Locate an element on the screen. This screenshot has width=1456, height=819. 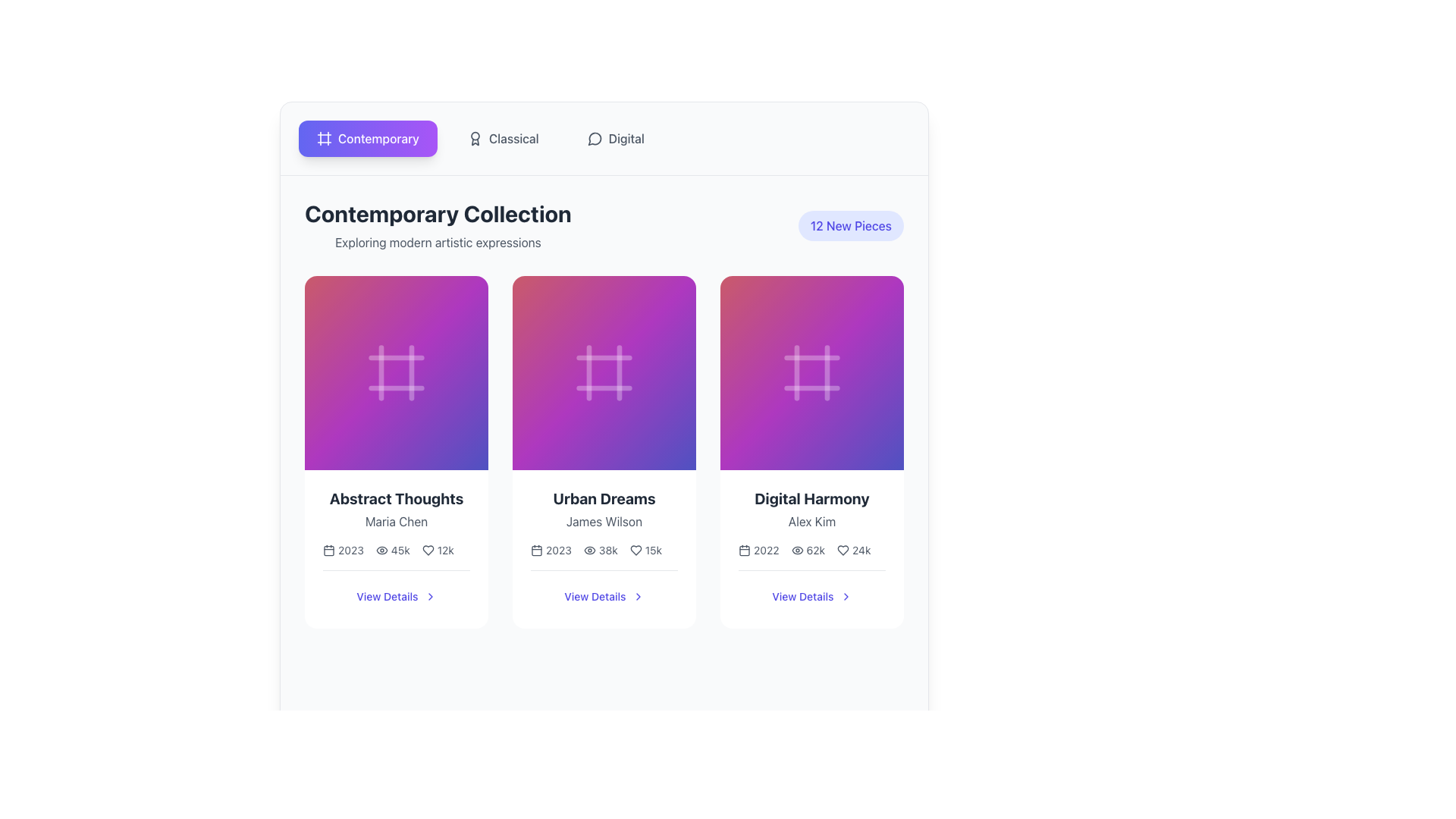
the small right-facing chevron icon that is part of the 'View Details' button in the 'Digital Harmony' card, located to the right of the 'View Details' text is located at coordinates (845, 595).